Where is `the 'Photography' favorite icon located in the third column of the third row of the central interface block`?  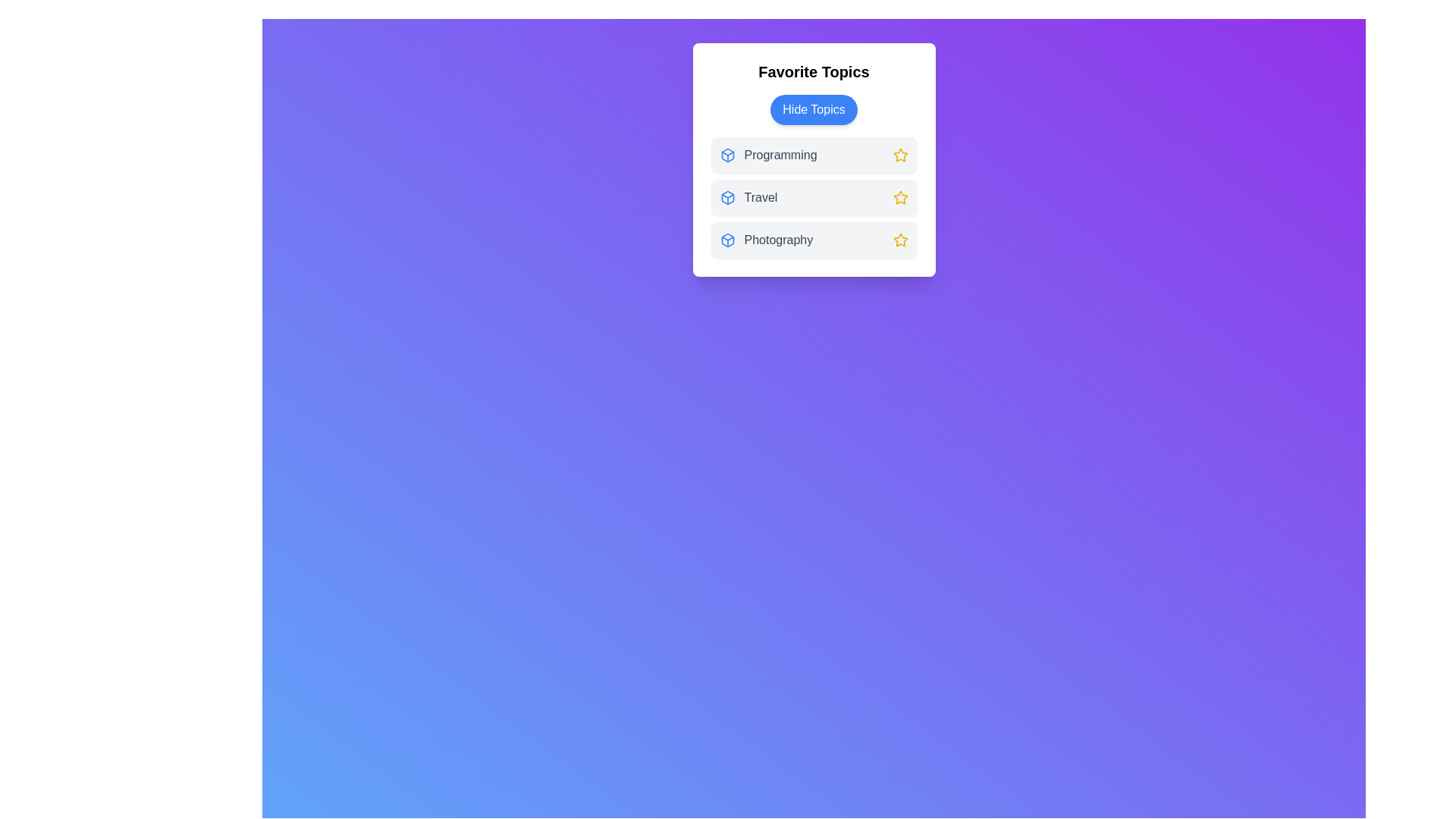
the 'Photography' favorite icon located in the third column of the third row of the central interface block is located at coordinates (899, 239).